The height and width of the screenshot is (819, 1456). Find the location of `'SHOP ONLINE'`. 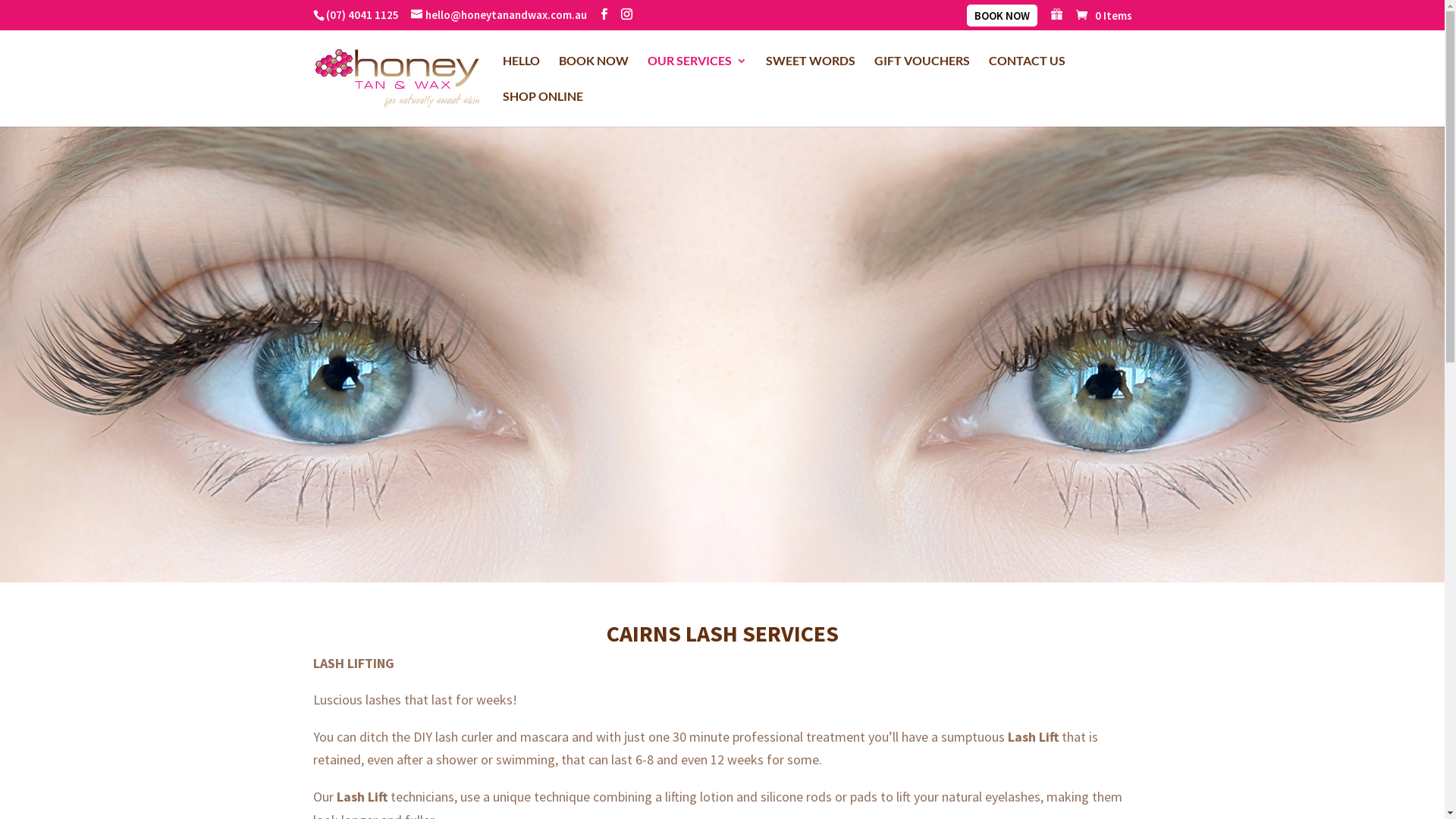

'SHOP ONLINE' is located at coordinates (542, 108).